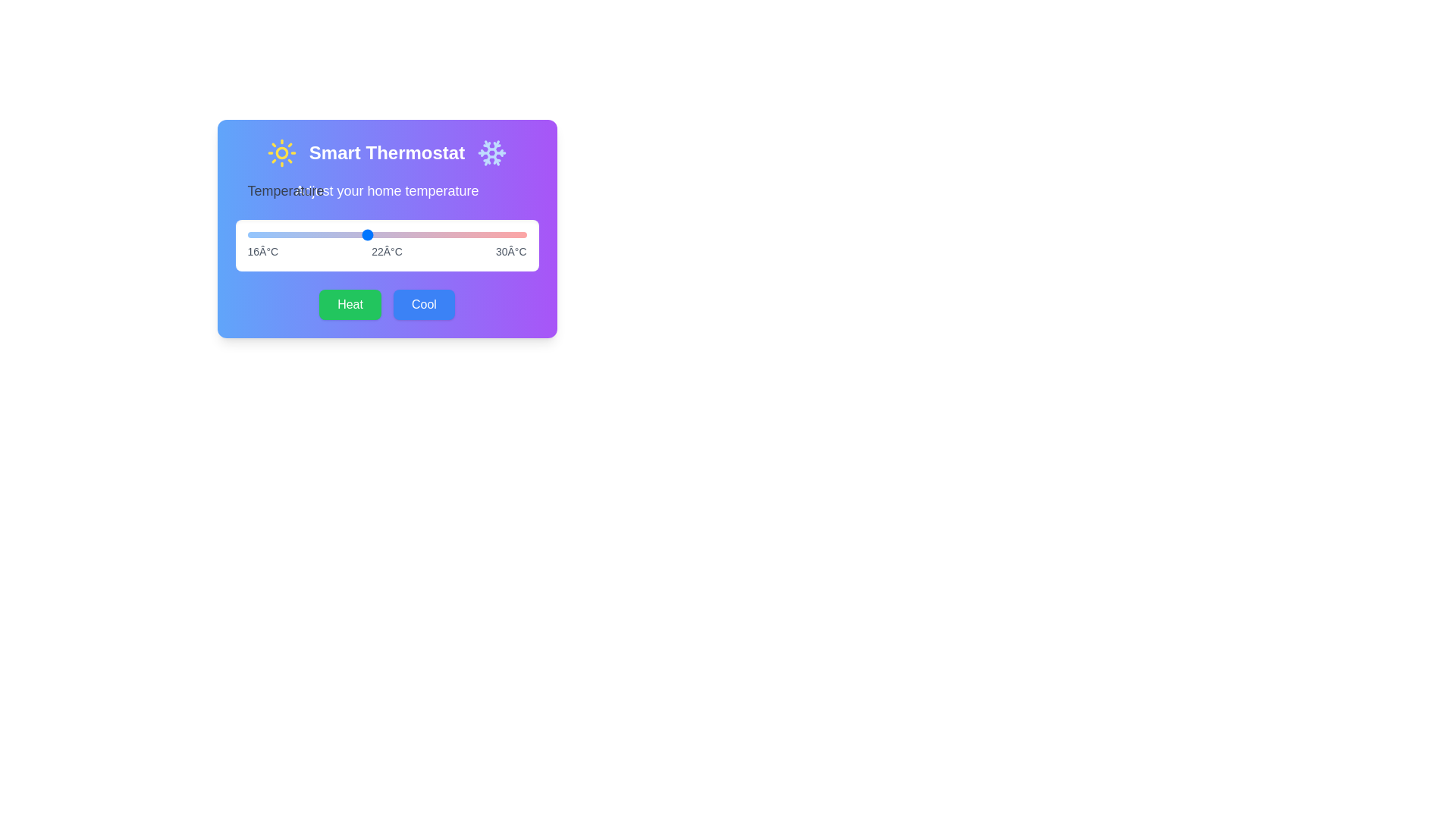  Describe the element at coordinates (326, 234) in the screenshot. I see `the temperature slider to 20 degrees Celsius` at that location.